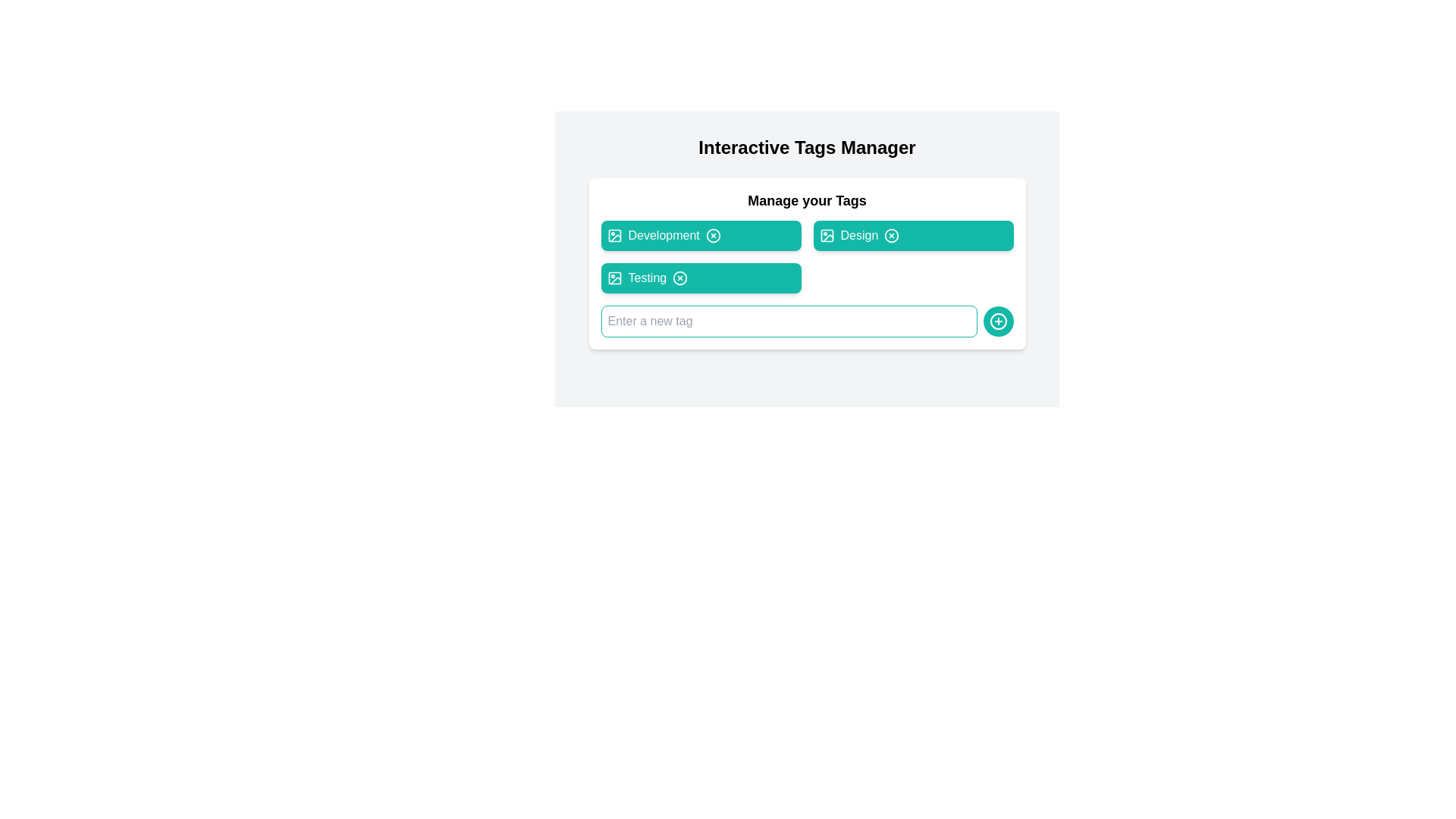 This screenshot has height=819, width=1456. I want to click on the Close/Delete button located to the right of the 'Testing' tag, so click(679, 278).